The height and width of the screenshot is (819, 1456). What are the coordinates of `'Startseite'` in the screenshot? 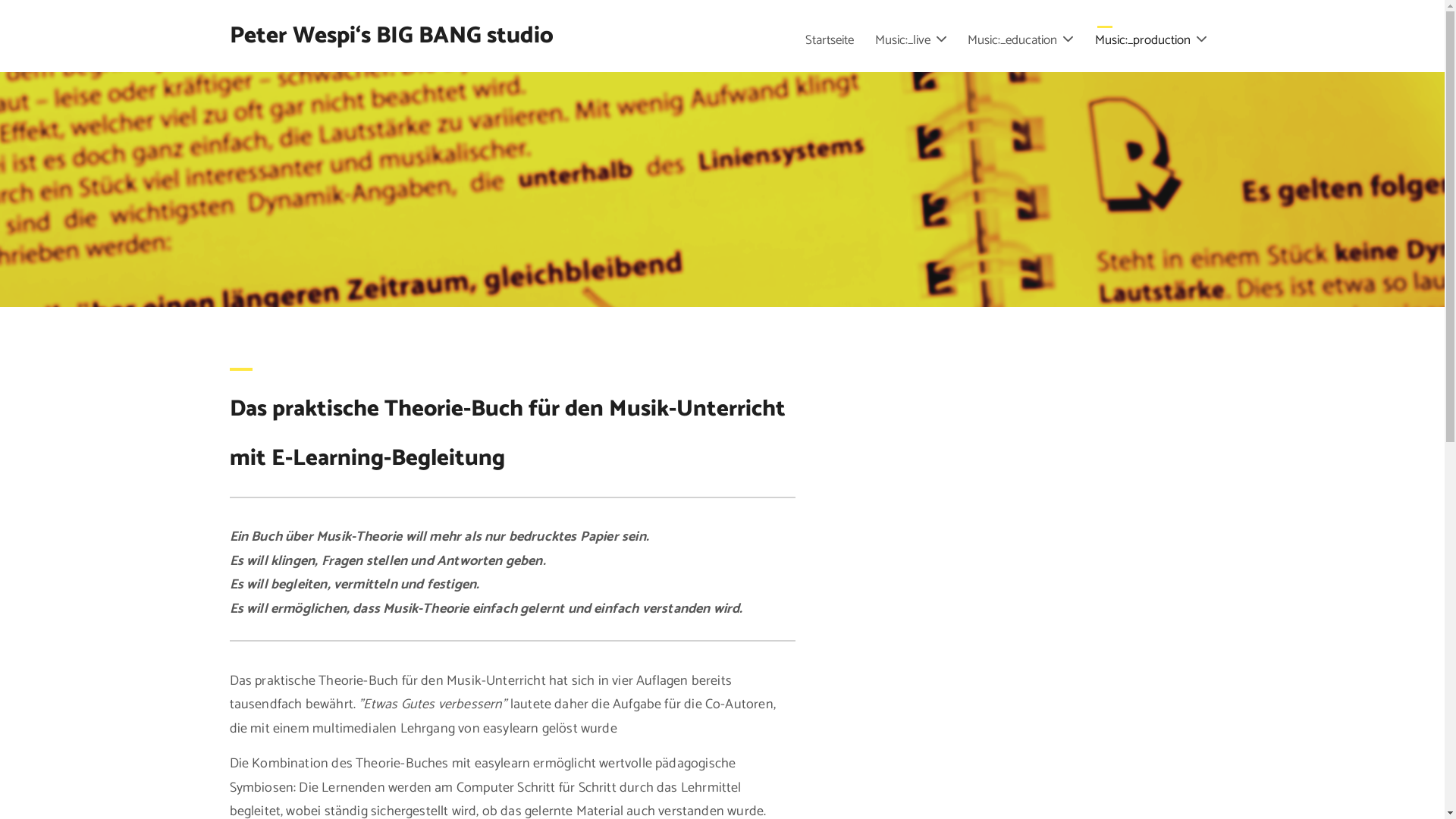 It's located at (829, 39).